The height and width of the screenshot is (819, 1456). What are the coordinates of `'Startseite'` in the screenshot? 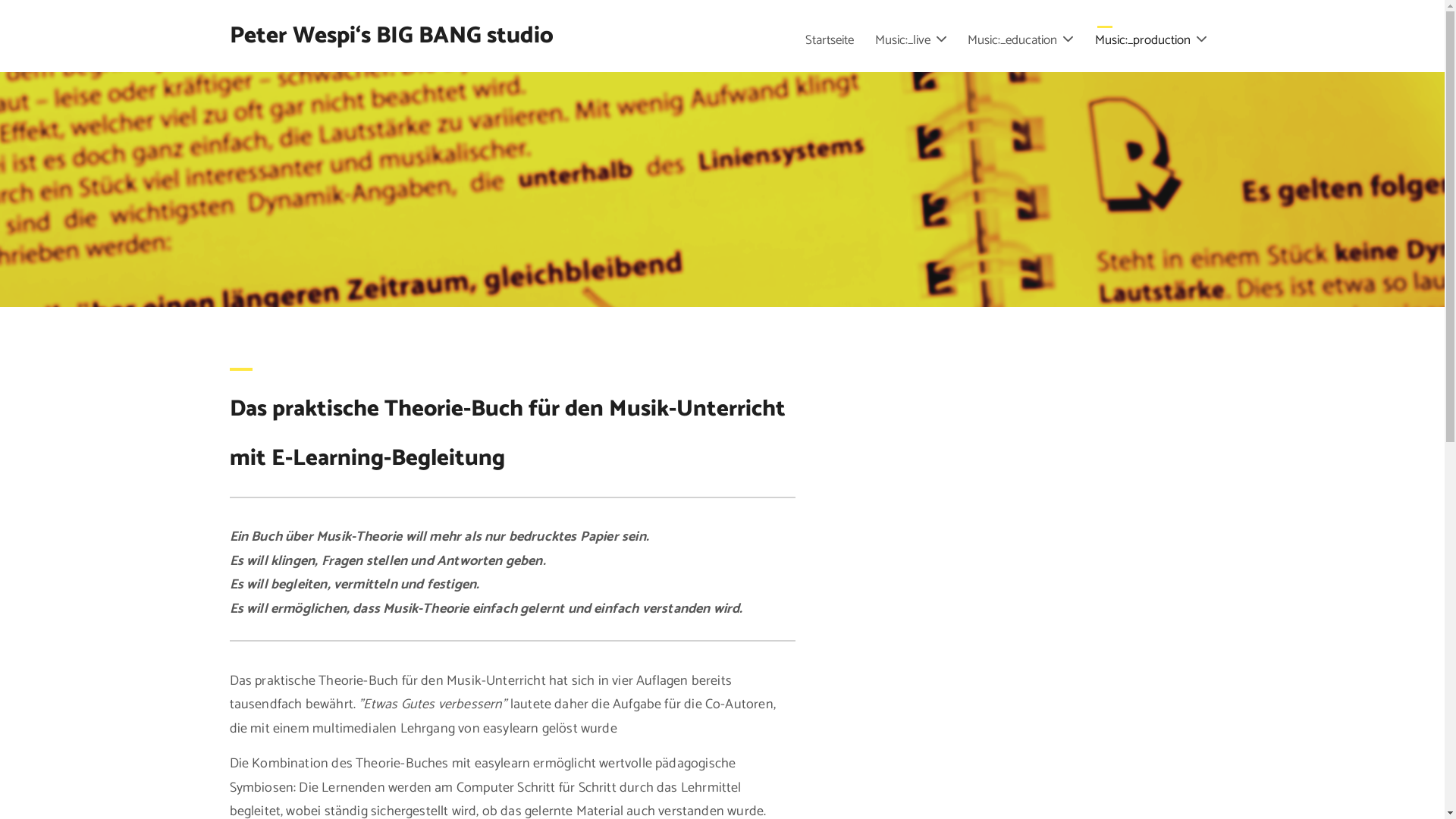 It's located at (829, 39).